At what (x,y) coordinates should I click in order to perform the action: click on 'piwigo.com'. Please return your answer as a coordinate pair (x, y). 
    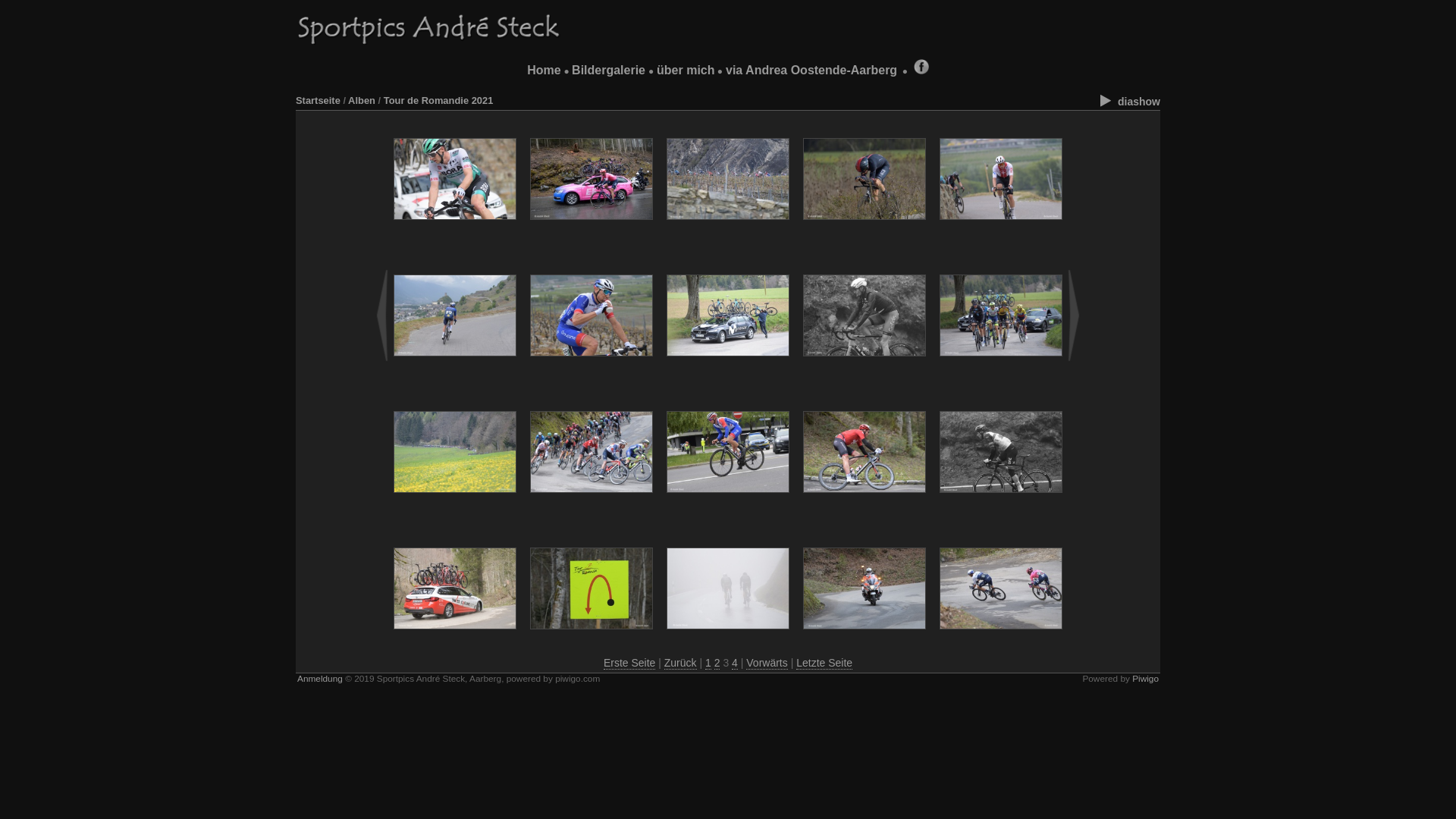
    Looking at the image, I should click on (554, 677).